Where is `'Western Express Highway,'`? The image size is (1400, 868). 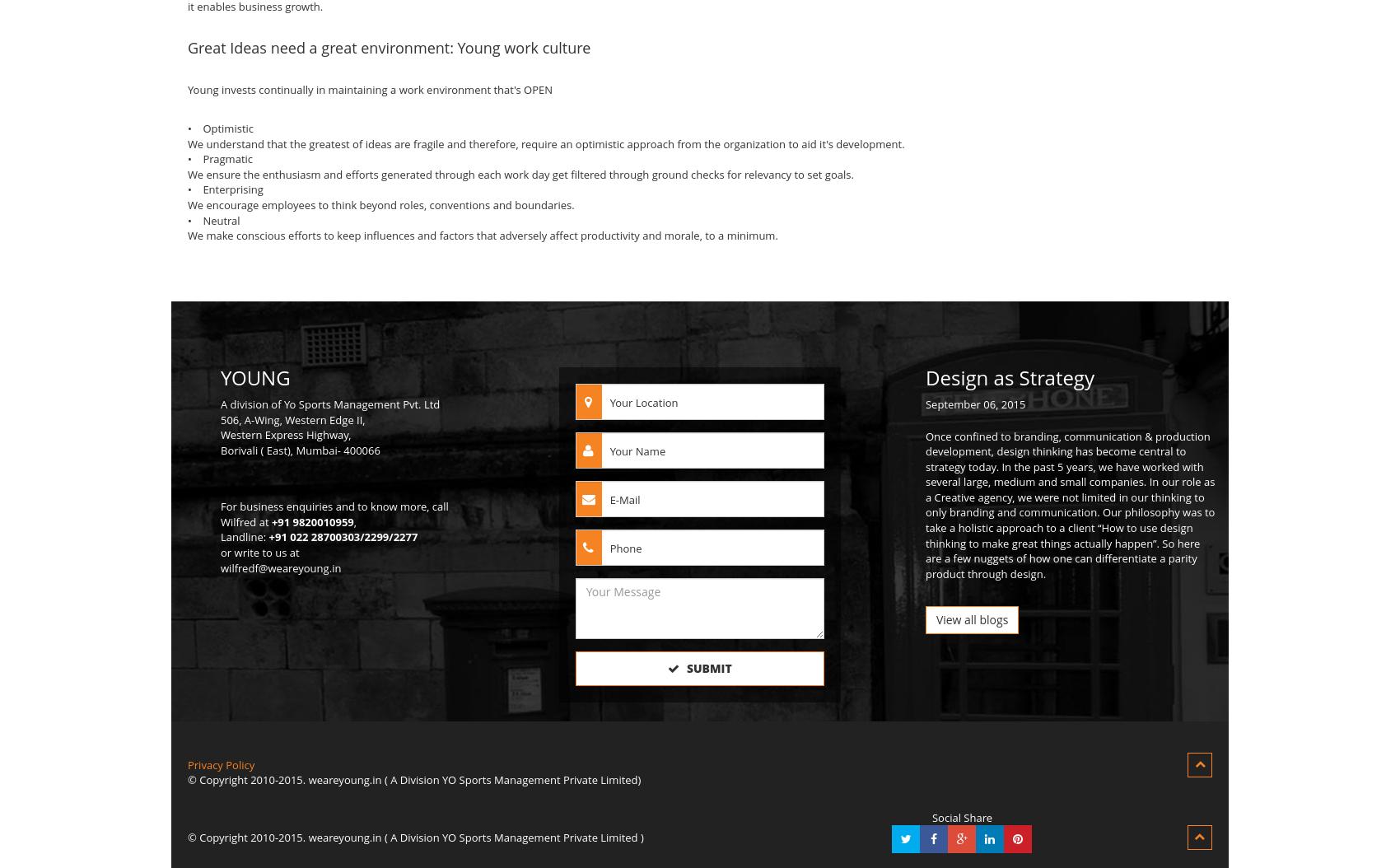
'Western Express Highway,' is located at coordinates (284, 434).